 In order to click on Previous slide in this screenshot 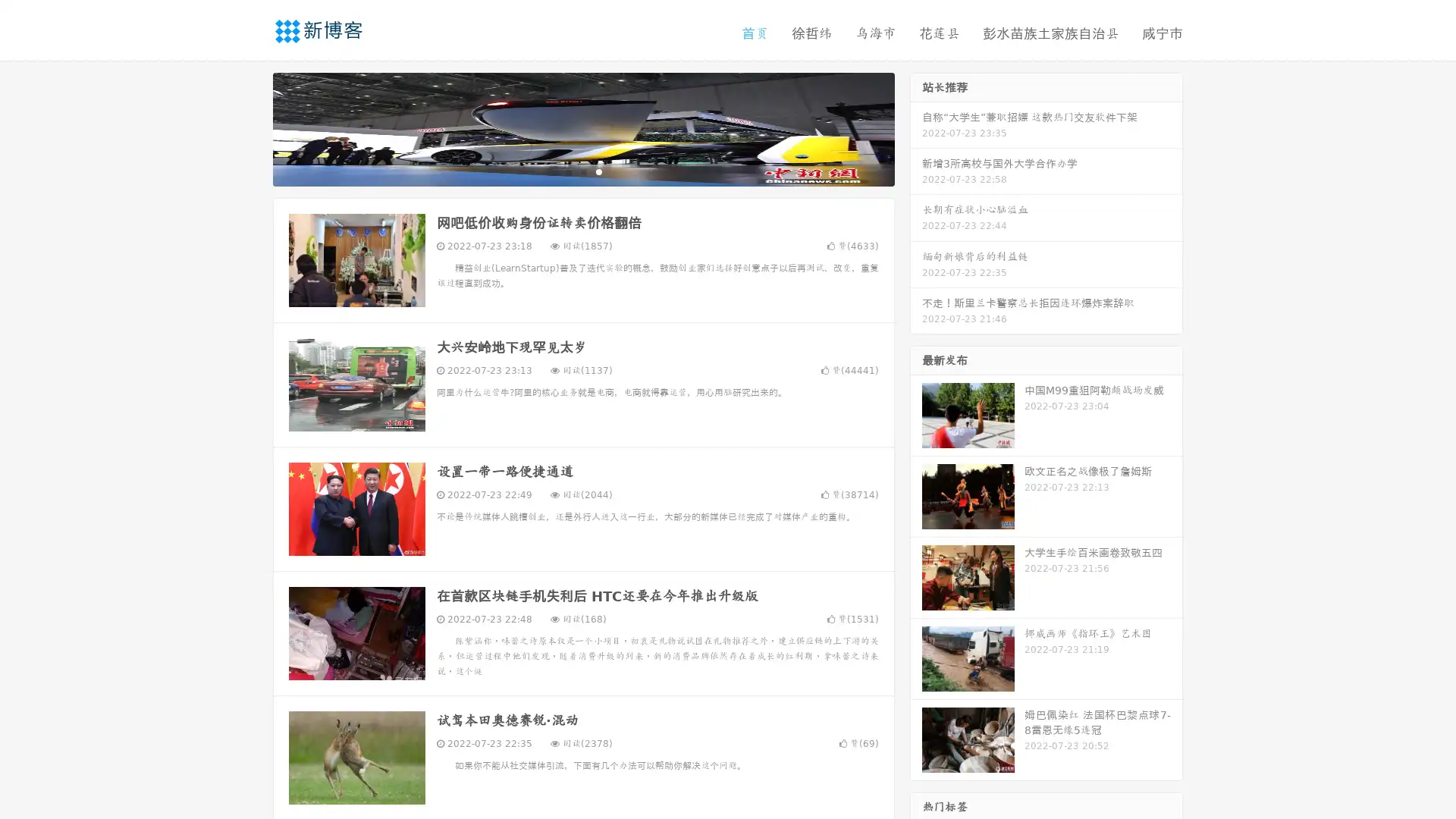, I will do `click(250, 127)`.